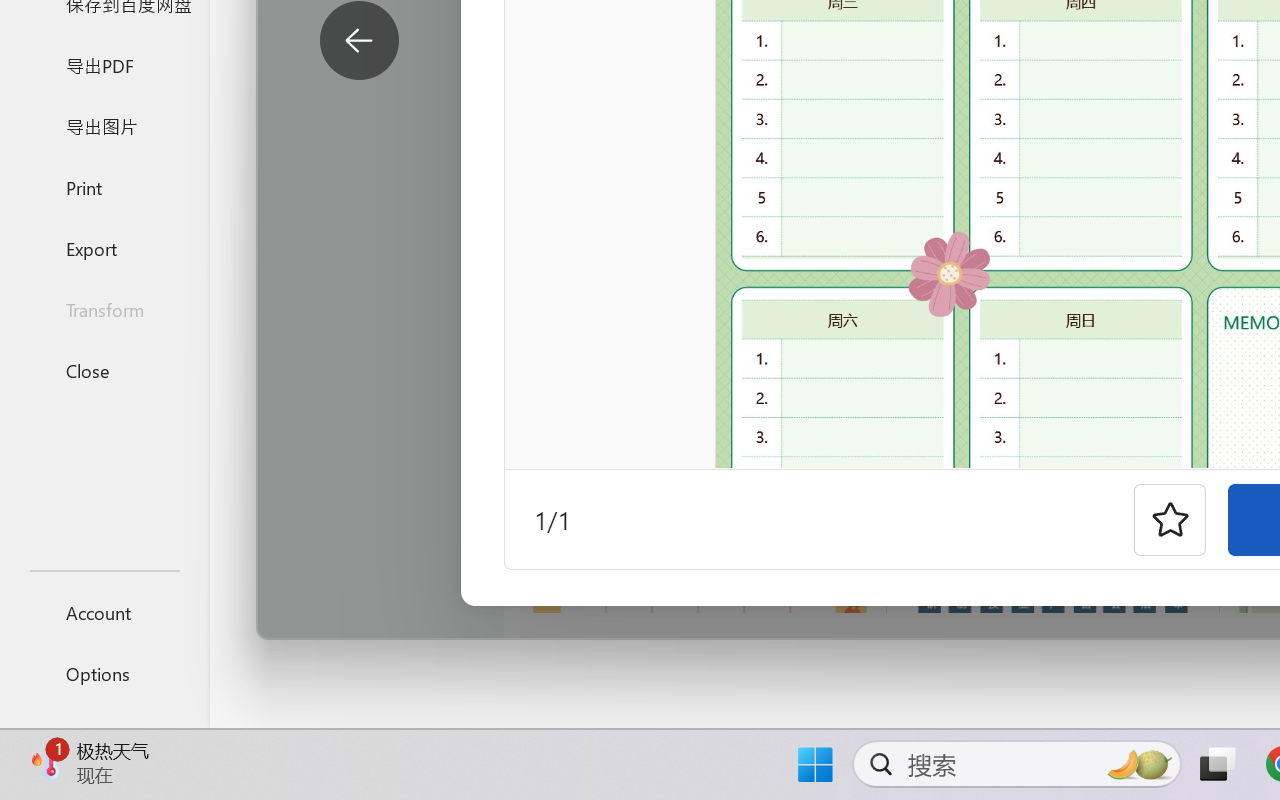 The image size is (1280, 800). Describe the element at coordinates (103, 186) in the screenshot. I see `'Print'` at that location.